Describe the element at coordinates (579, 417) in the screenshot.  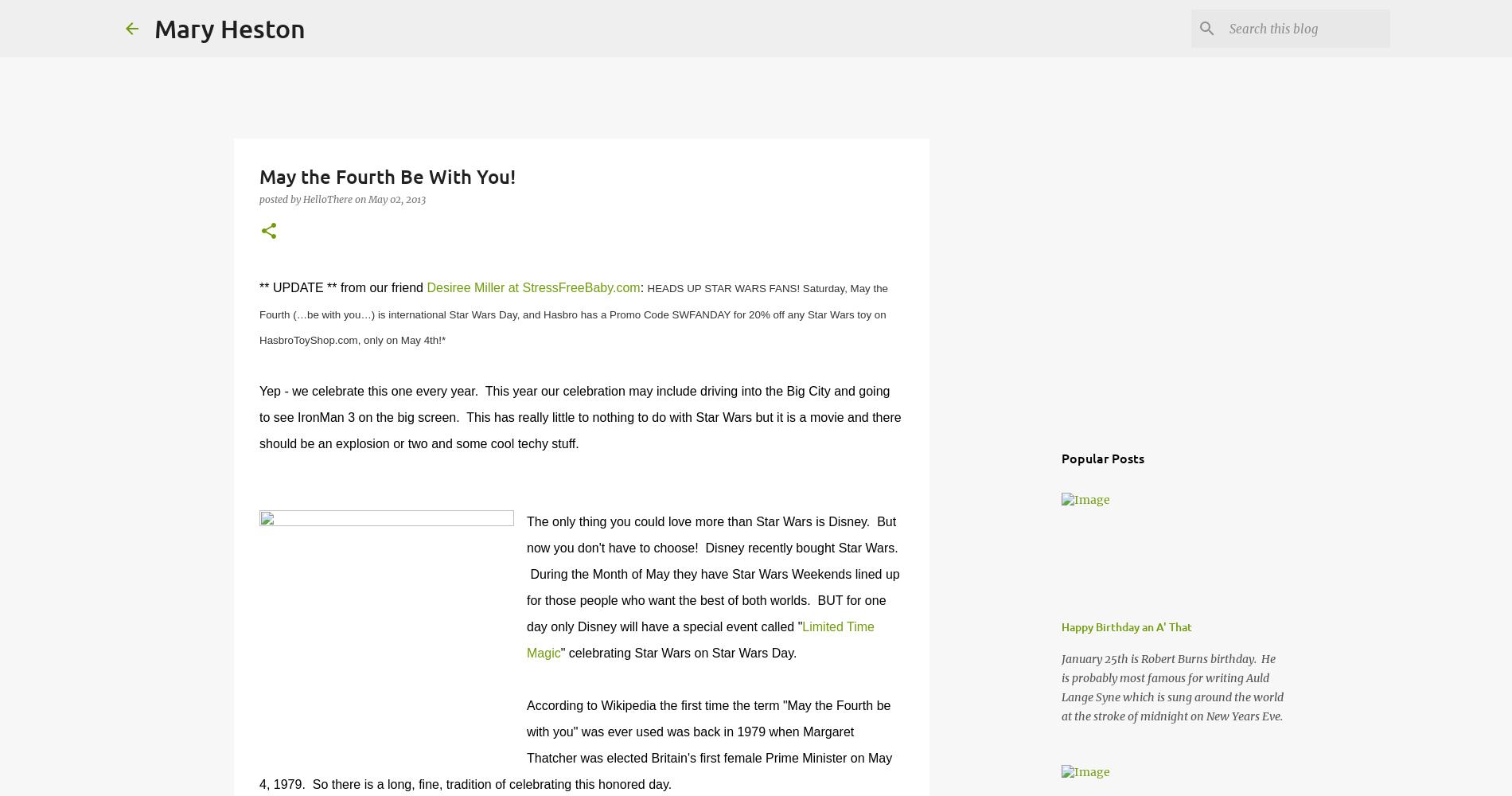
I see `'Yep - we celebrate this one every year.  This year our celebration may include driving into the Big City and going to see IronMan 3 on the big screen.  This has really little to nothing to do with Star Wars but it is a movie and there should be an explosion or two and some cool techy stuff.'` at that location.